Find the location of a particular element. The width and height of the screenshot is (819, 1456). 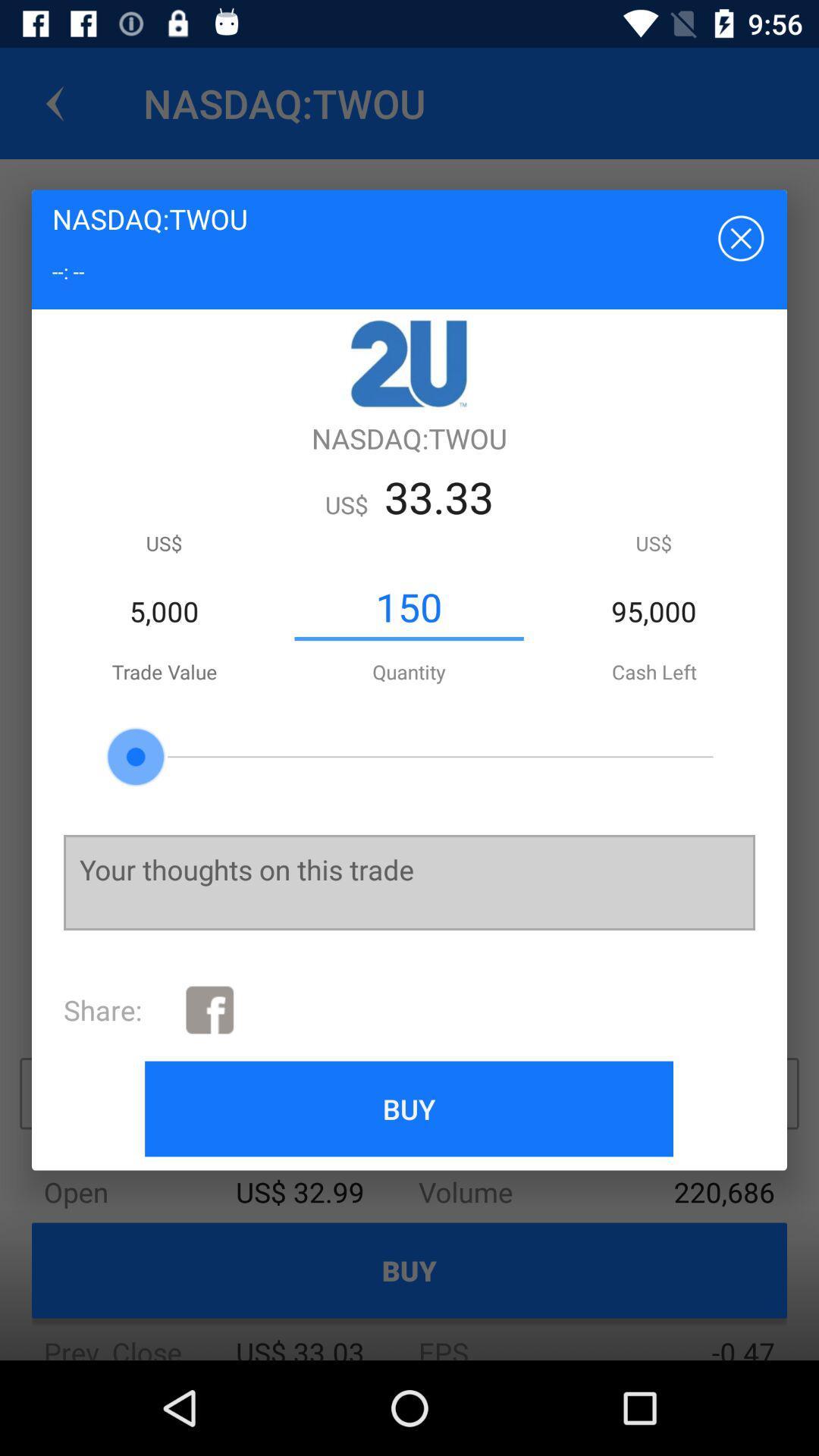

the 150 is located at coordinates (408, 607).